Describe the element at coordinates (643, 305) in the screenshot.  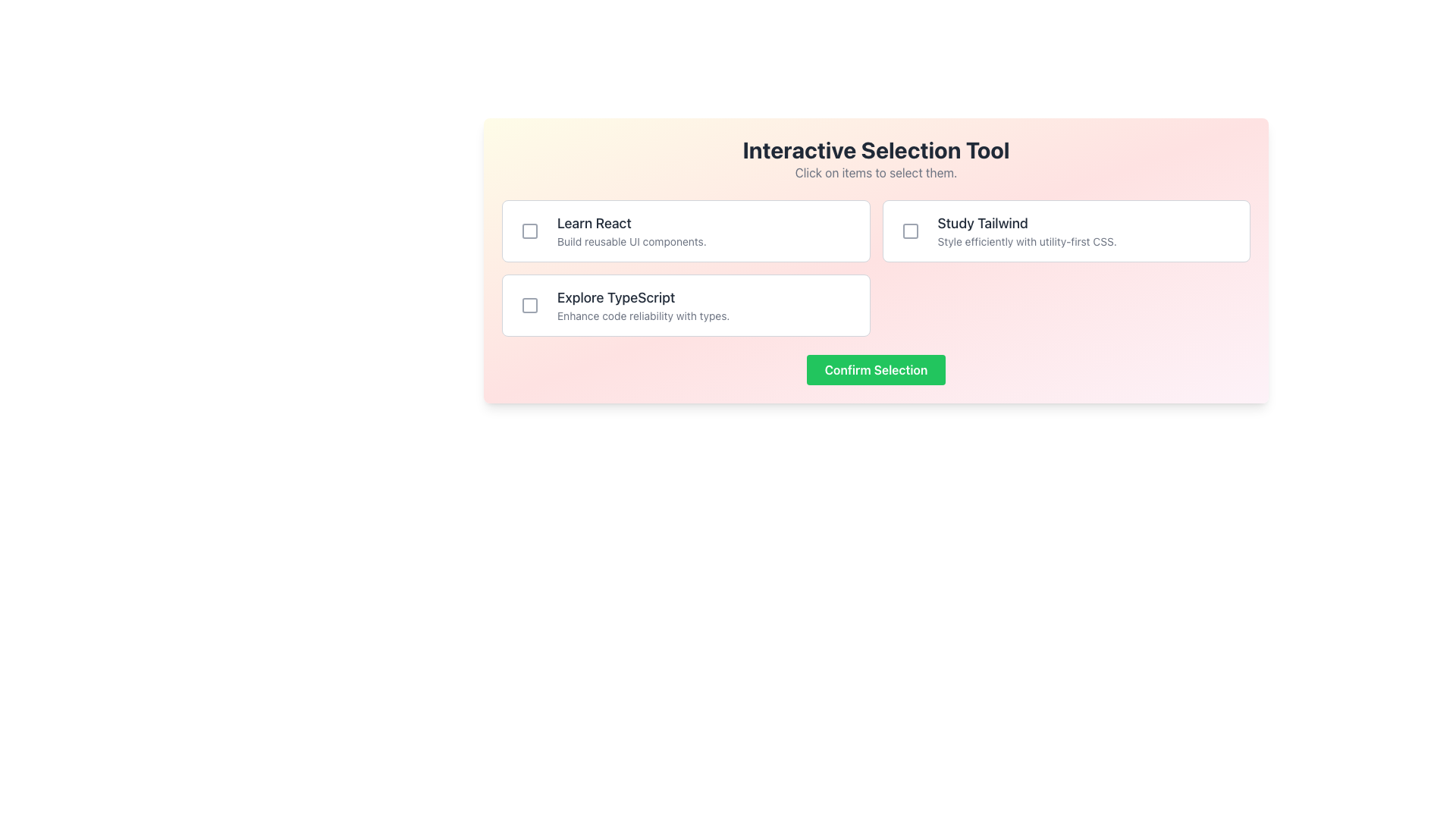
I see `the static text content located in the second card from the top, which provides descriptive text information and is positioned to the right of a square checkbox icon` at that location.